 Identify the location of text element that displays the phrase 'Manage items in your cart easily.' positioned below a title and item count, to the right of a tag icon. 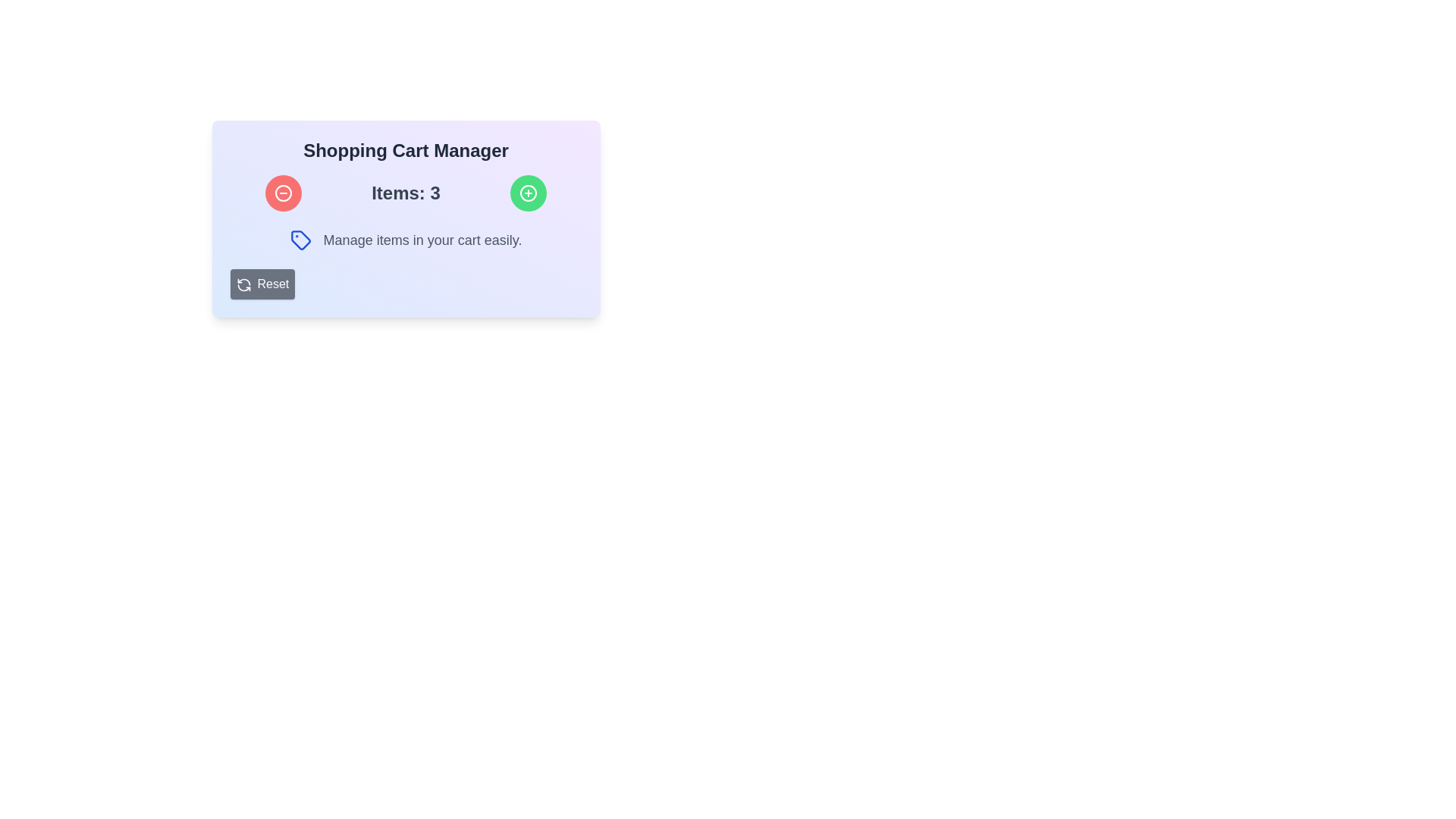
(422, 239).